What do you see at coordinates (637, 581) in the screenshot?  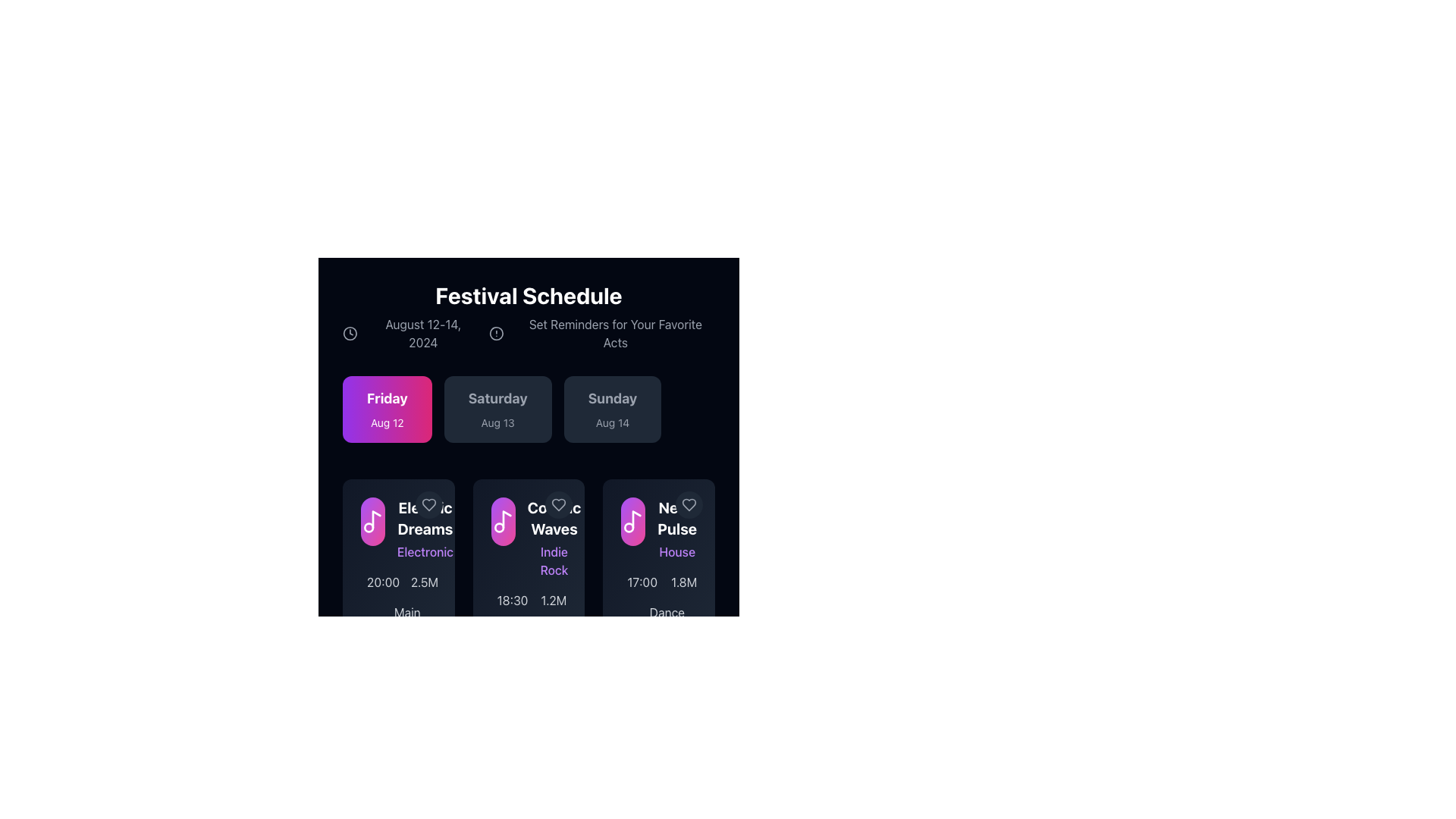 I see `the time display element showing '17:00' with a clock icon` at bounding box center [637, 581].